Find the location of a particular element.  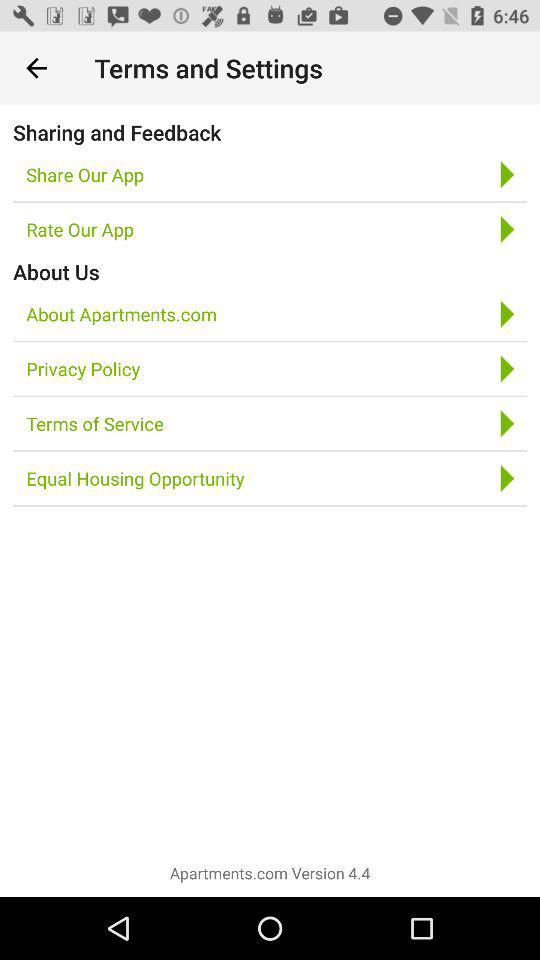

the icon above terms of service icon is located at coordinates (82, 368).